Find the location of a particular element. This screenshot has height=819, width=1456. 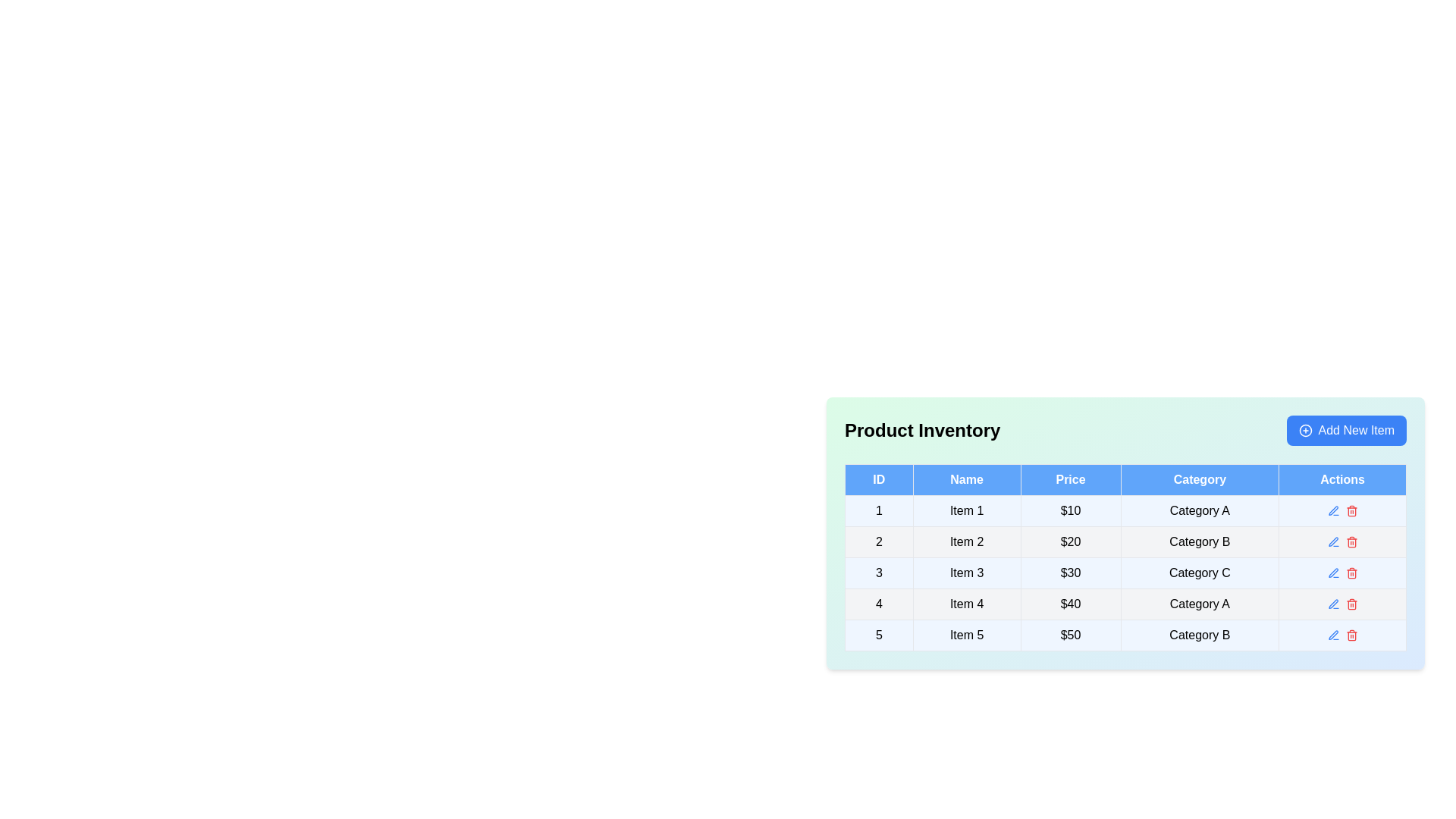

the trash icon, which represents a delete action for an item in the table, to initiate deletion is located at coordinates (1351, 604).